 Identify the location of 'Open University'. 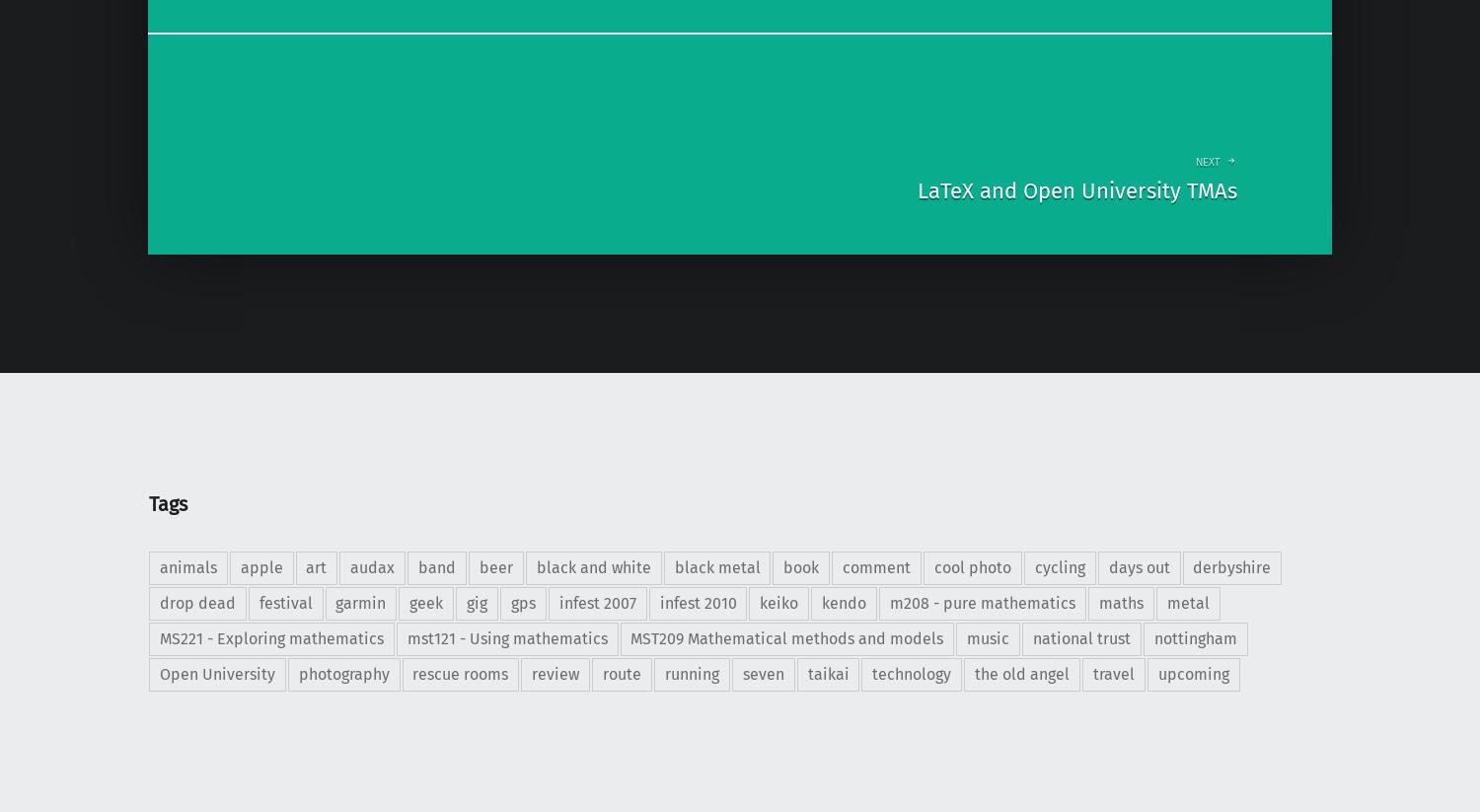
(215, 673).